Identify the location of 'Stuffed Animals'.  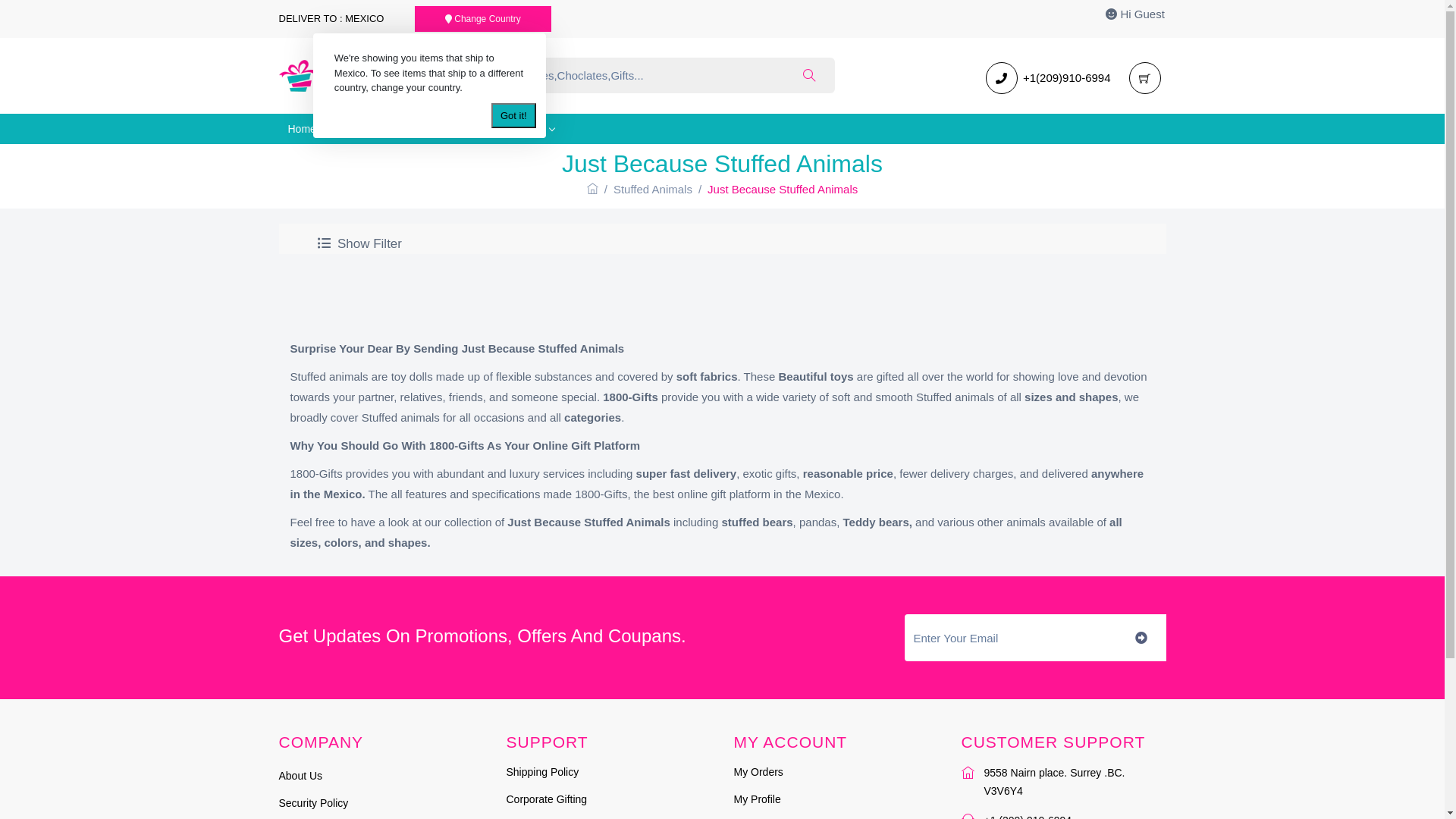
(652, 189).